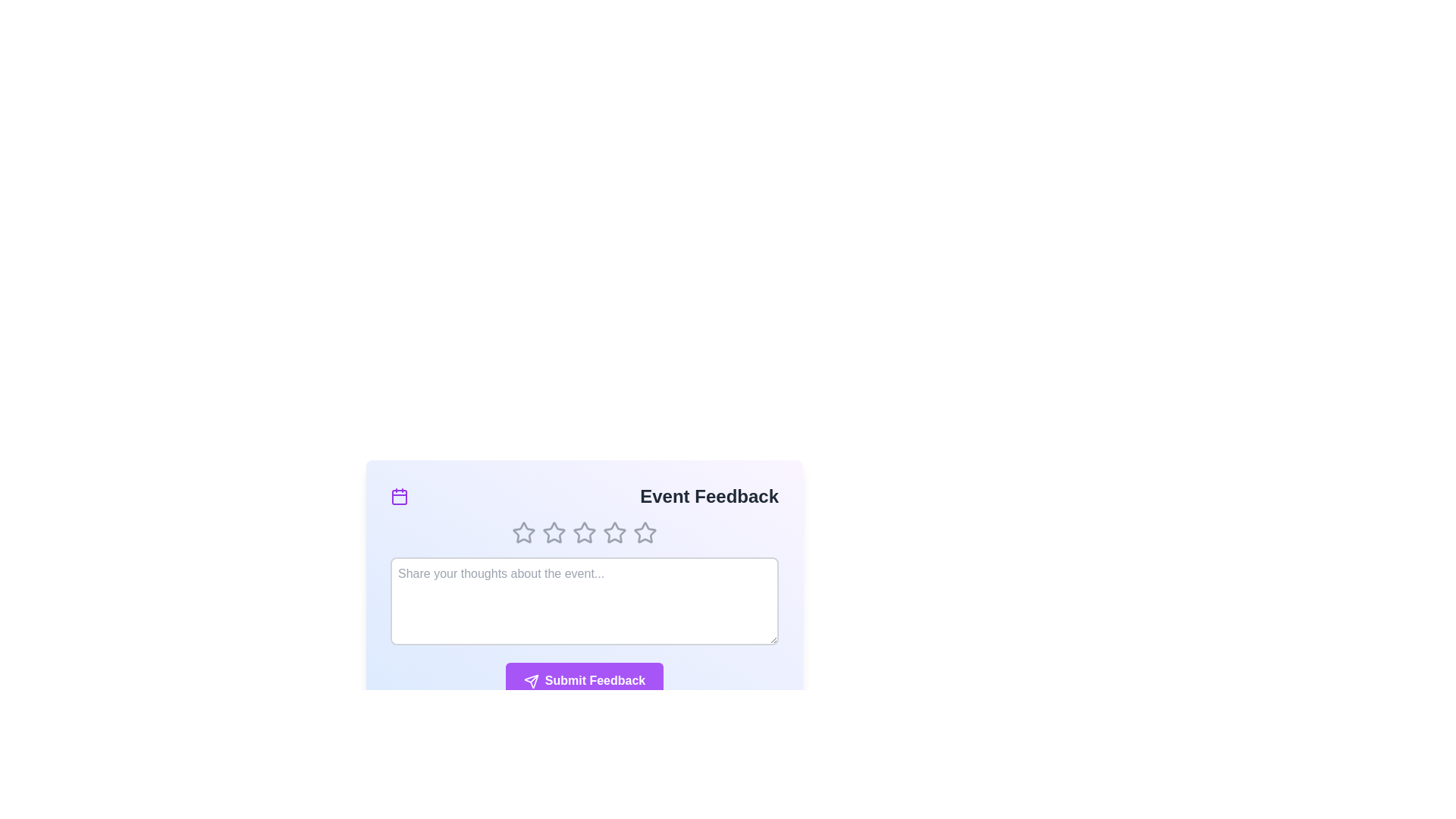 Image resolution: width=1456 pixels, height=819 pixels. I want to click on the third star icon in the row of five rating stars, so click(584, 532).